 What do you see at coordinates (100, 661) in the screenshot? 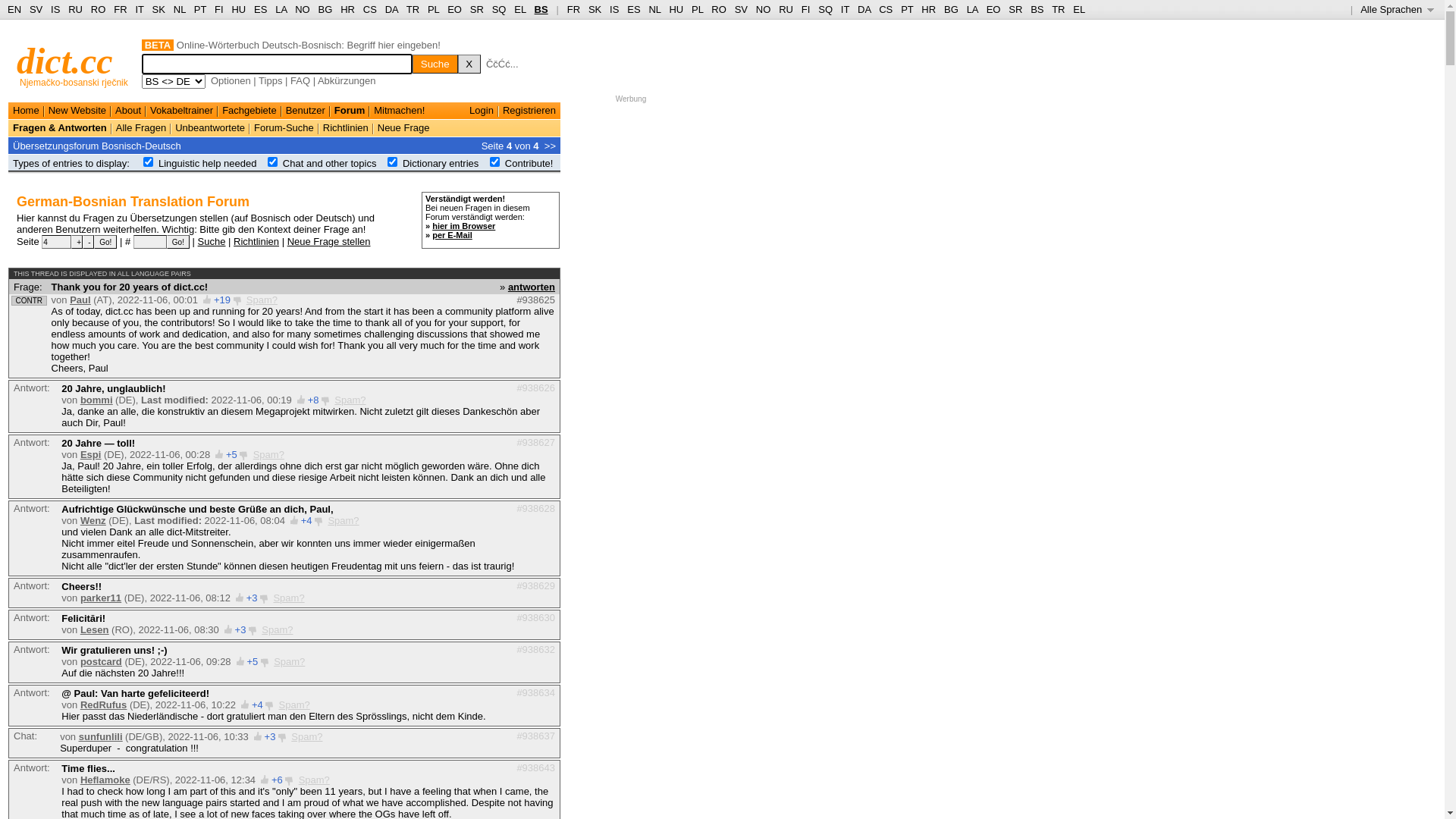
I see `'postcard'` at bounding box center [100, 661].